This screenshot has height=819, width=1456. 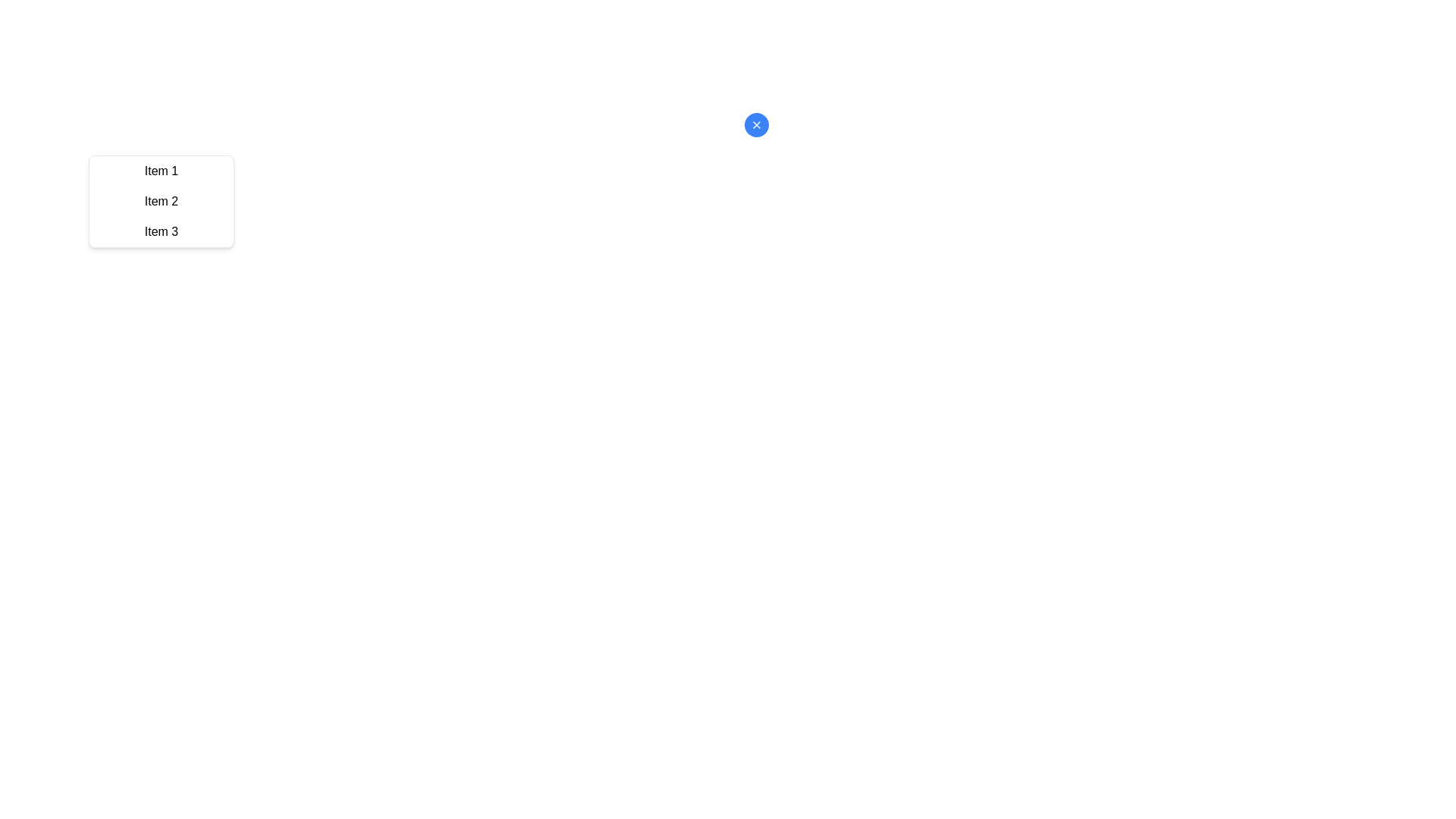 I want to click on the button labeled 'Item 2', so click(x=161, y=201).